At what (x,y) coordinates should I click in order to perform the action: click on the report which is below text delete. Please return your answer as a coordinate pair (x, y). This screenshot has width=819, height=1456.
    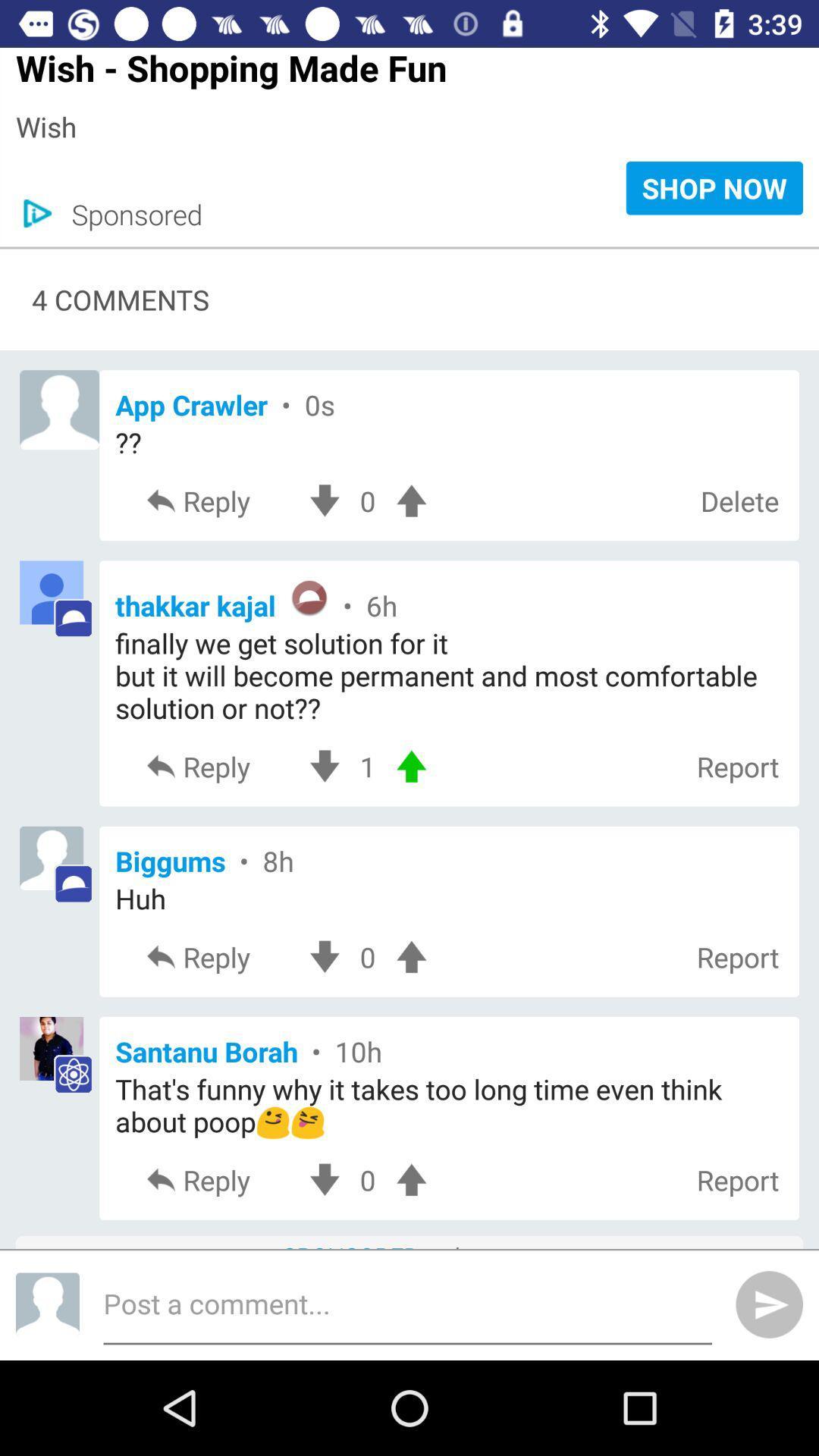
    Looking at the image, I should click on (737, 767).